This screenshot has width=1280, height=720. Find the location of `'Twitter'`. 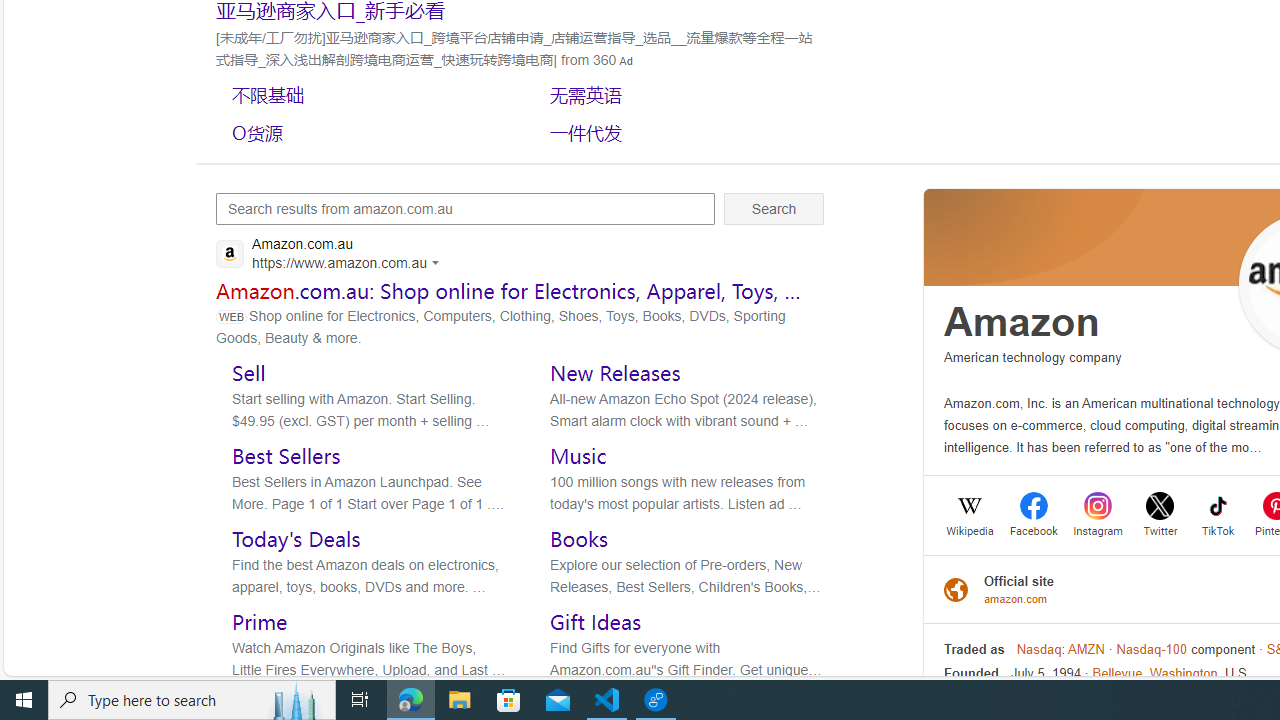

'Twitter' is located at coordinates (1160, 528).